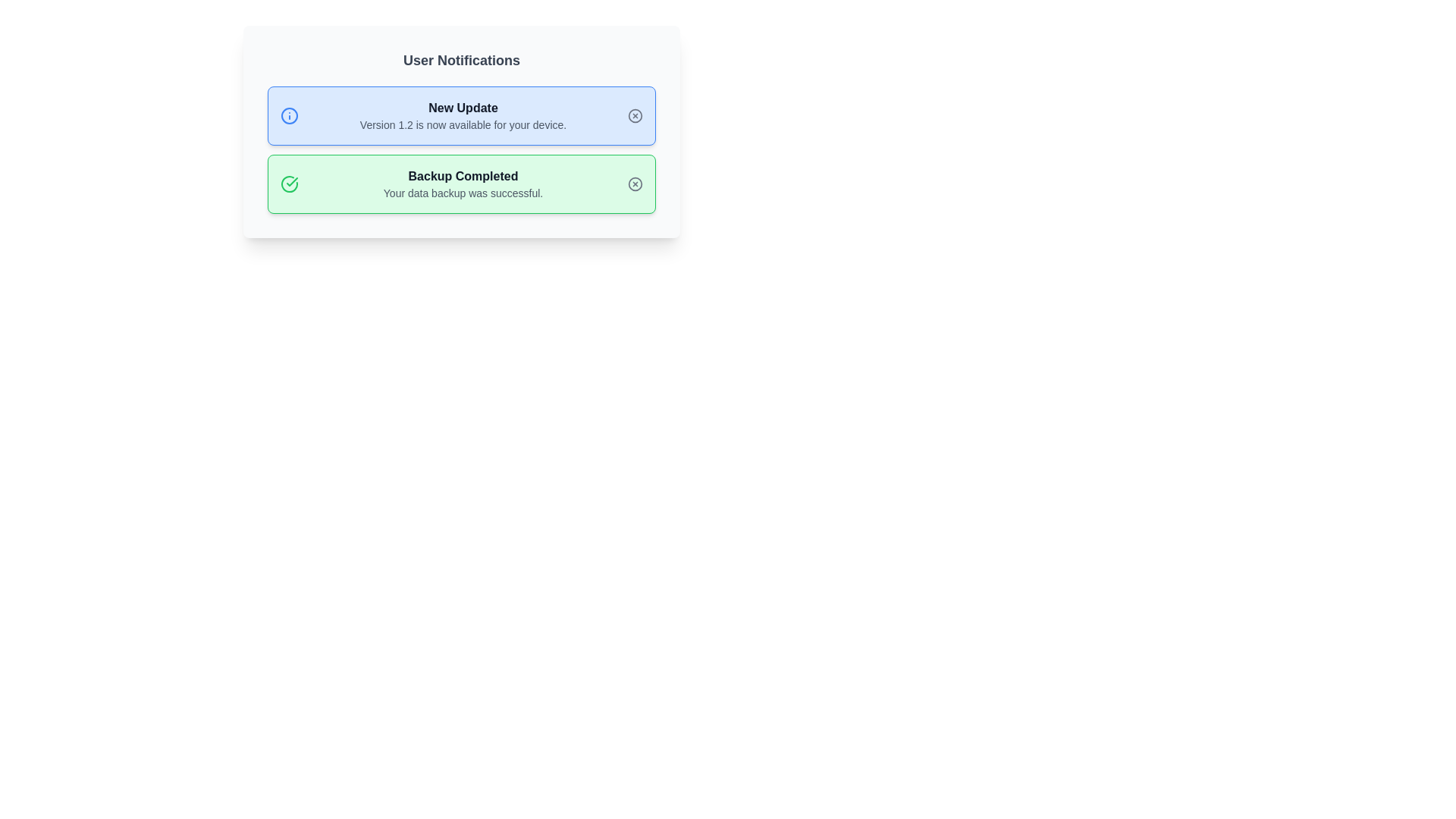 The height and width of the screenshot is (819, 1456). Describe the element at coordinates (462, 192) in the screenshot. I see `the feedback message text located in the second notification card, directly below the 'Backup Completed' header` at that location.